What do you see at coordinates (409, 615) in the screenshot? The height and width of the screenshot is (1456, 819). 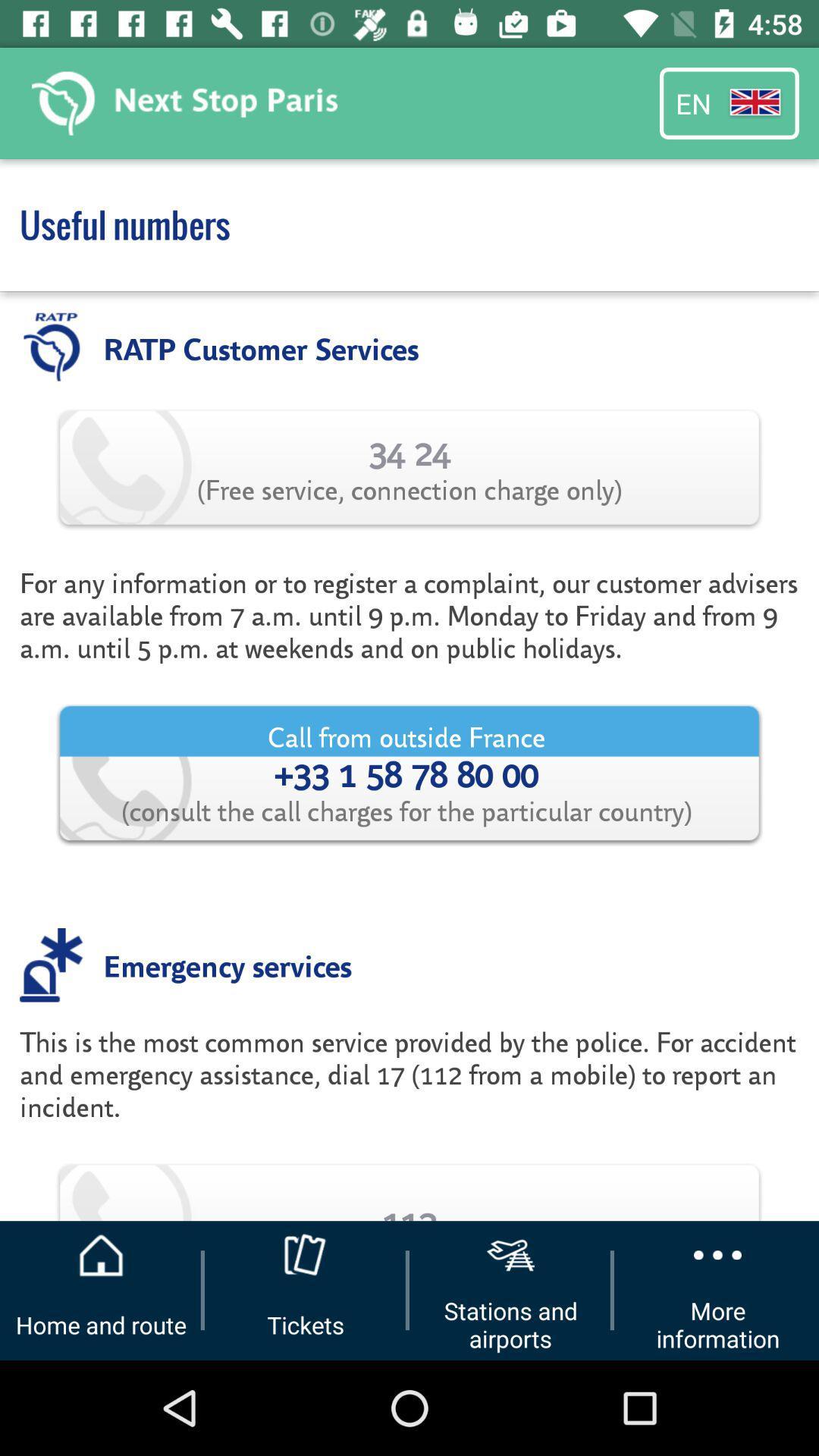 I see `app above call from outside icon` at bounding box center [409, 615].